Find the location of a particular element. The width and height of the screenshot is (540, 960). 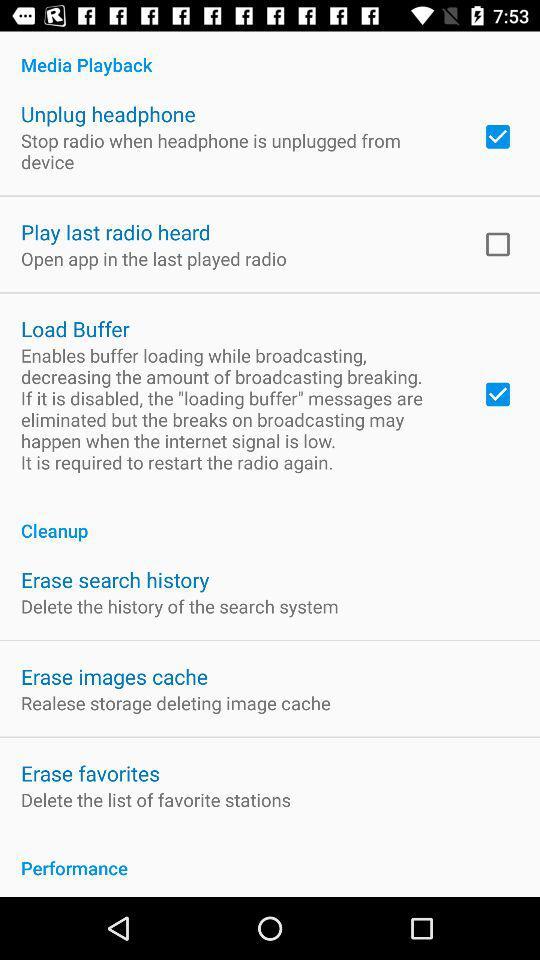

the app below the open app in is located at coordinates (74, 328).